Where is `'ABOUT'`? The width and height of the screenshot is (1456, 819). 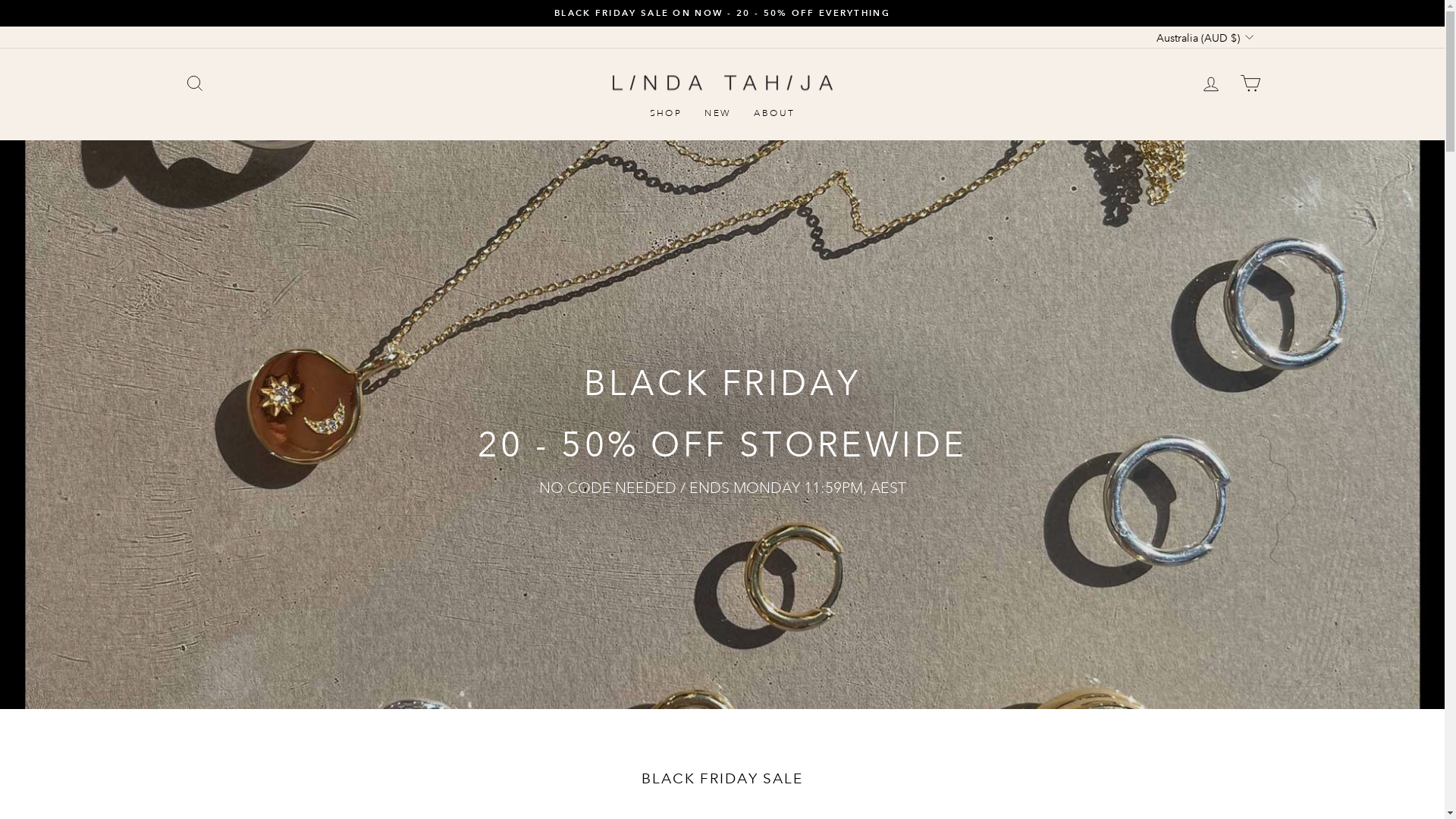 'ABOUT' is located at coordinates (774, 113).